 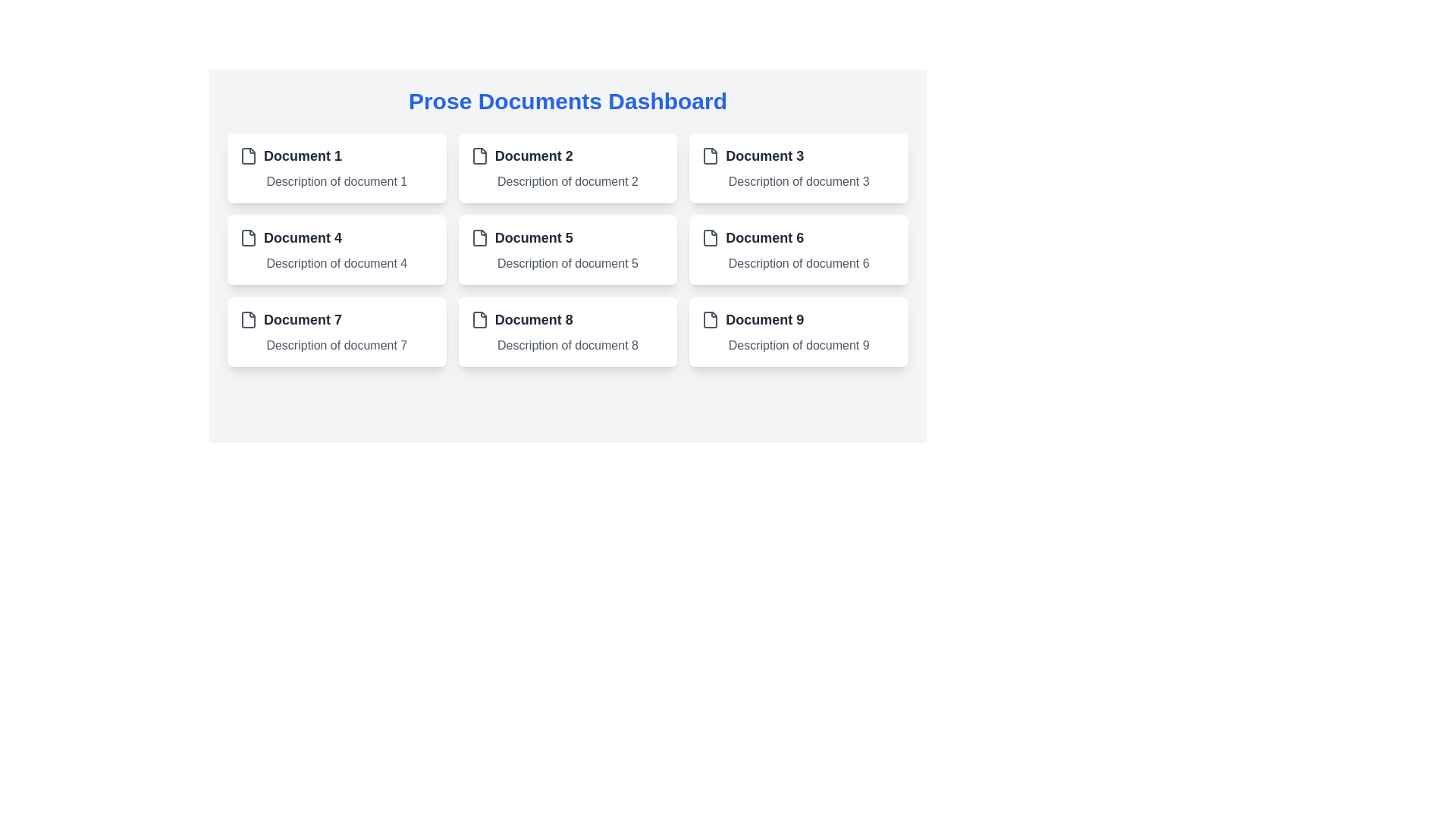 What do you see at coordinates (798, 237) in the screenshot?
I see `the label 'Document 6'` at bounding box center [798, 237].